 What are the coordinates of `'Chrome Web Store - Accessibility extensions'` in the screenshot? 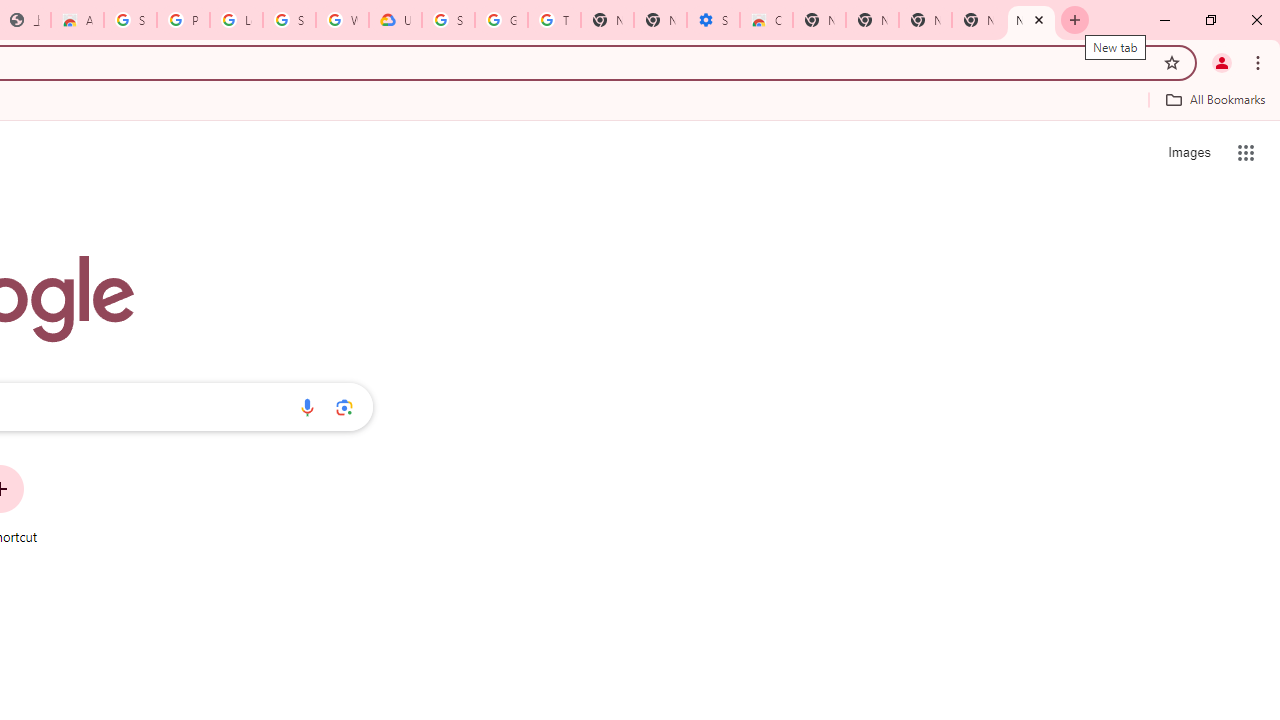 It's located at (765, 20).